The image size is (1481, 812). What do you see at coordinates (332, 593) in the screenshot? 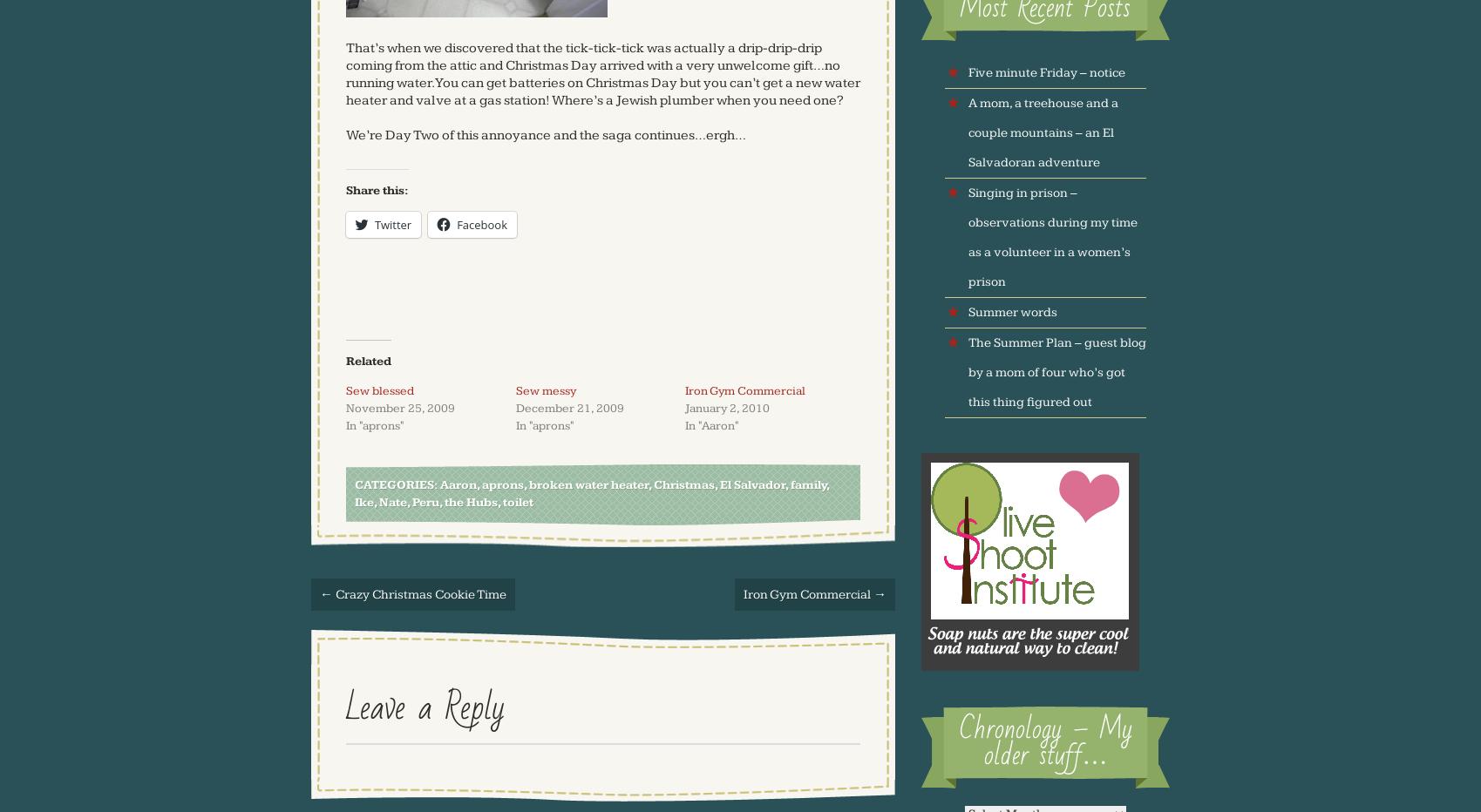
I see `'Crazy Christmas Cookie Time'` at bounding box center [332, 593].